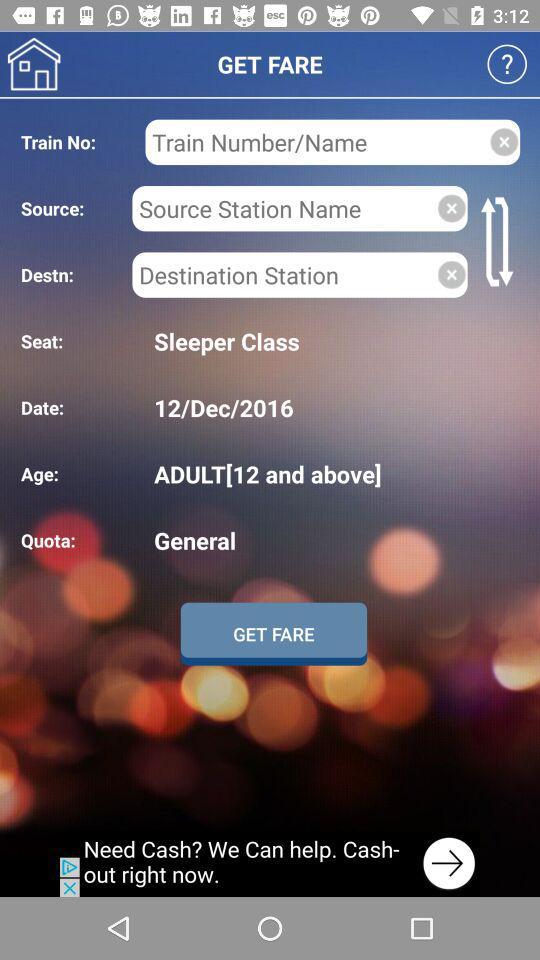 The image size is (540, 960). Describe the element at coordinates (317, 141) in the screenshot. I see `to fill in train name or number used` at that location.